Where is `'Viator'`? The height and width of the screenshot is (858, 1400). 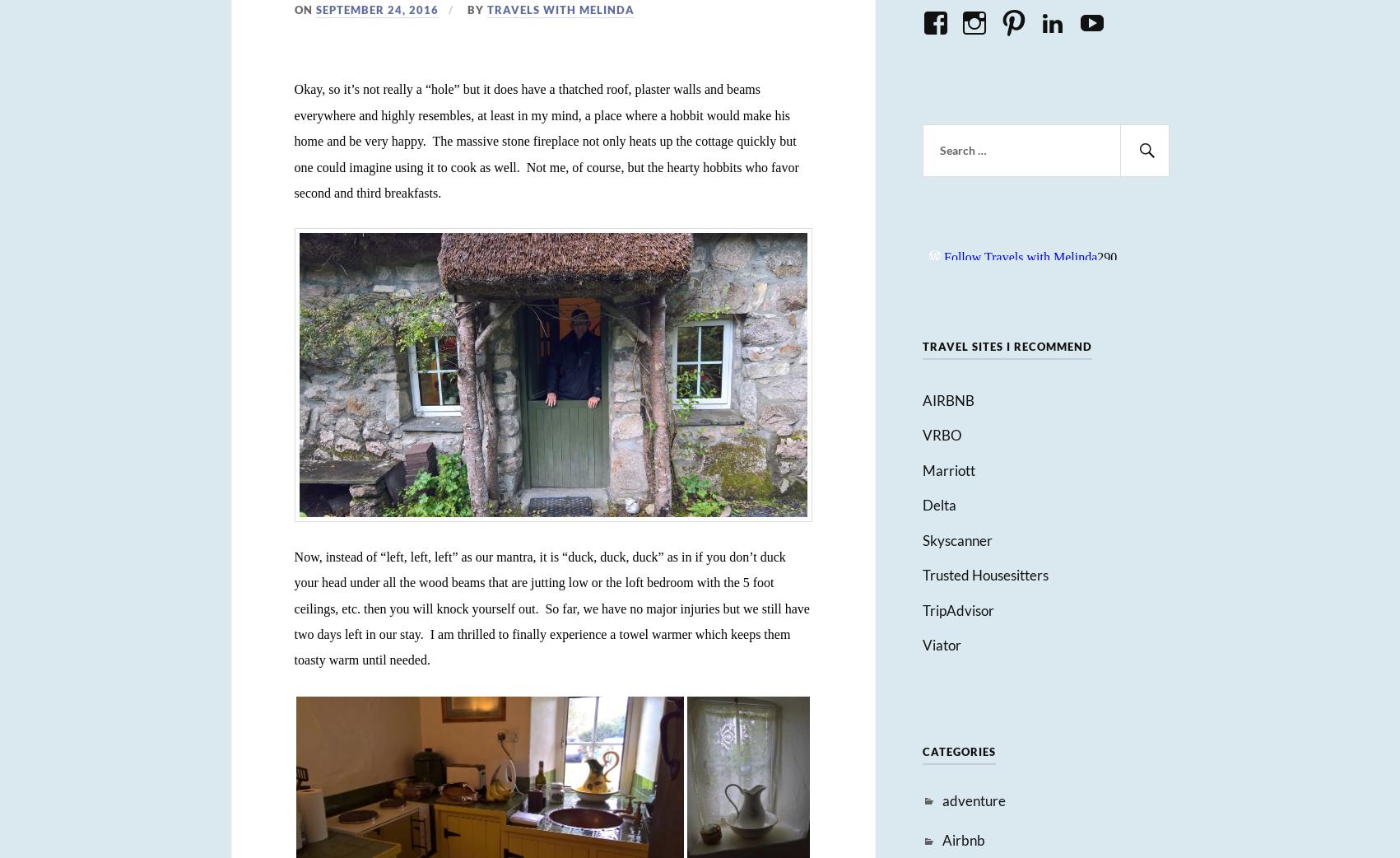
'Viator' is located at coordinates (940, 645).